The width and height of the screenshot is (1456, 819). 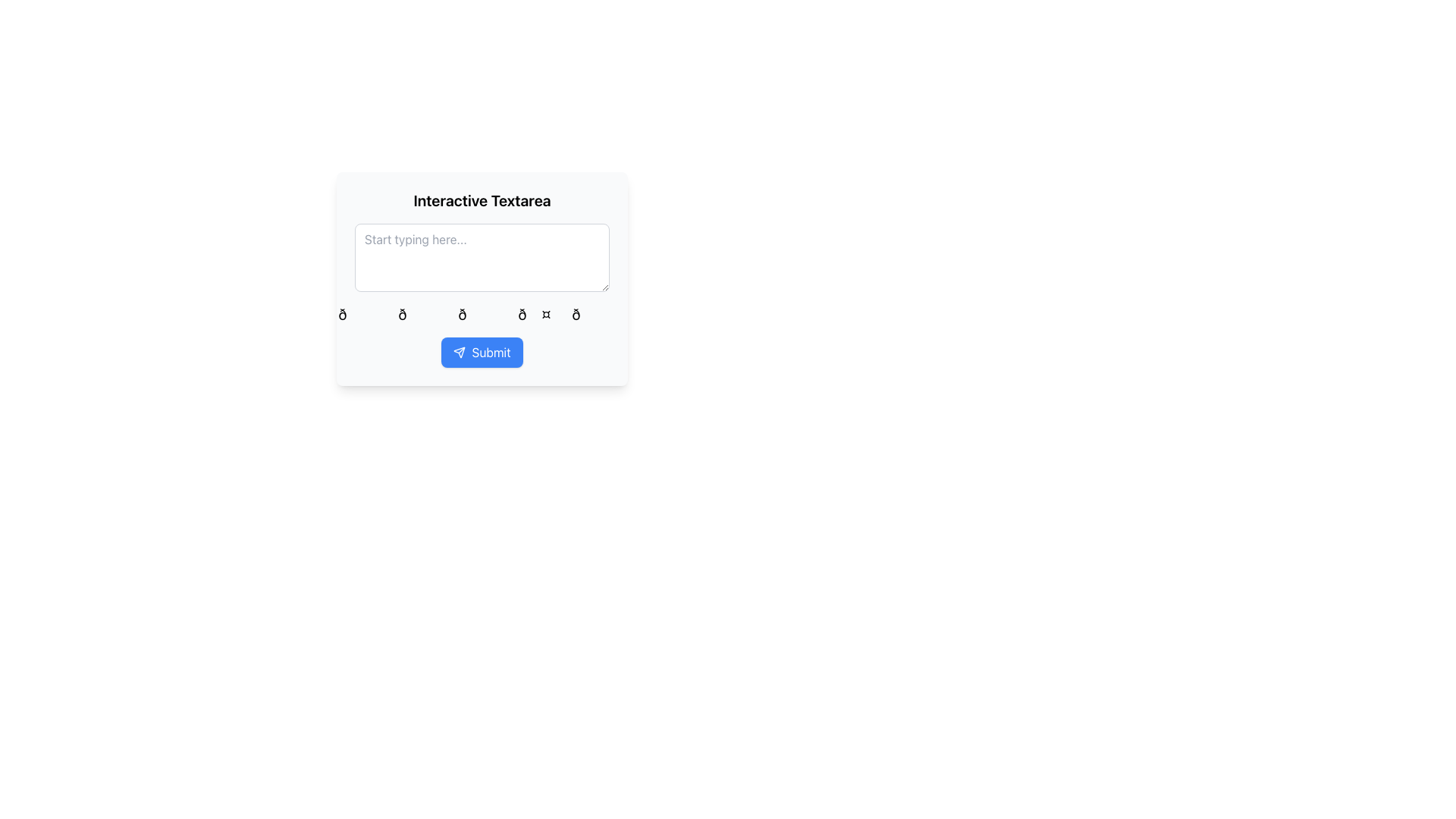 I want to click on the small arrow-like icon resembling a send action, which is styled with a blue background and white fill, located inside the blue 'Submit' button at the center-bottom of the section under the interactive textarea, so click(x=459, y=353).